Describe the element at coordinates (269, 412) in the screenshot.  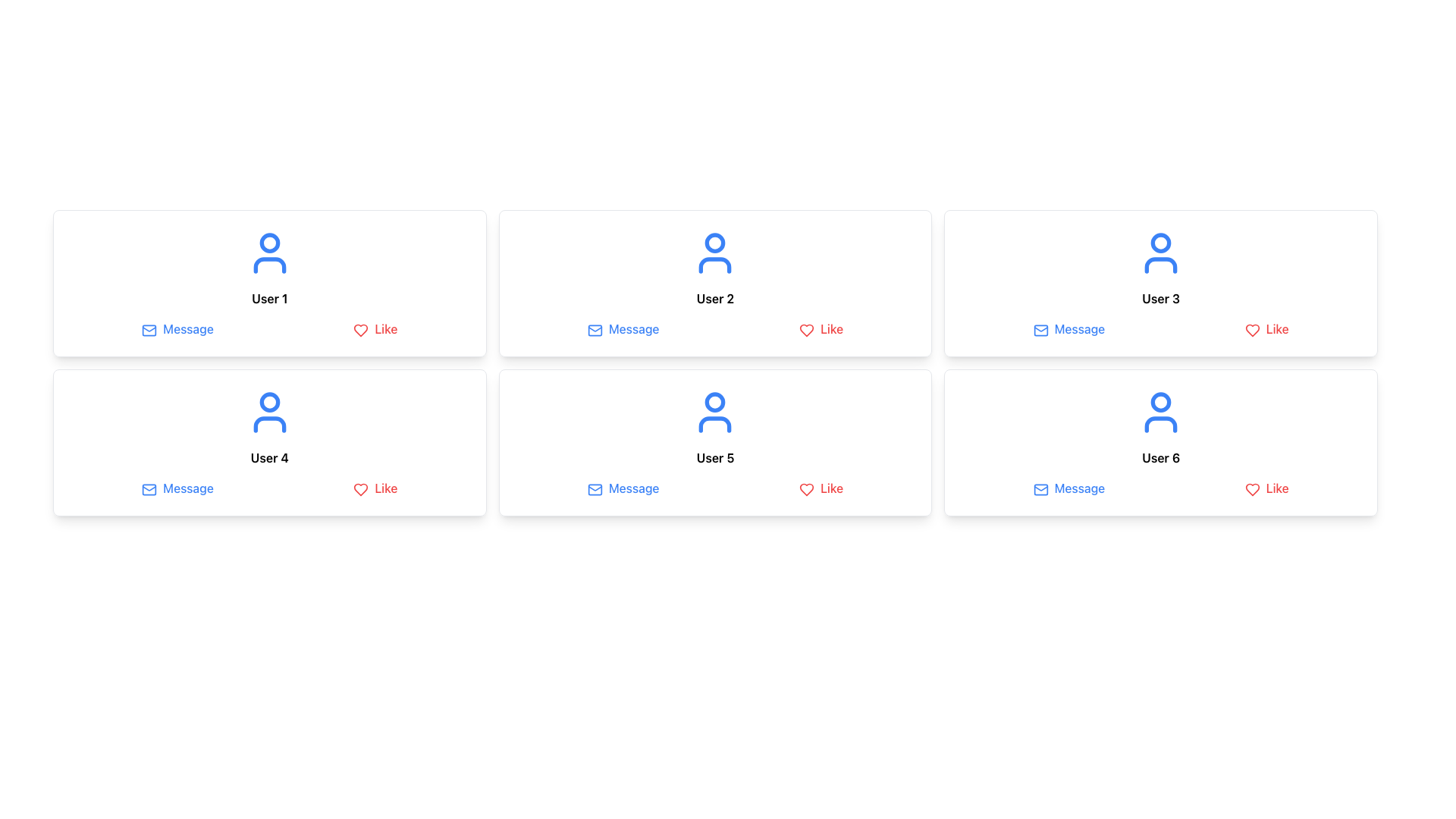
I see `the user avatar icon, which is a circular blue icon positioned centrally above the 'User 4' label` at that location.